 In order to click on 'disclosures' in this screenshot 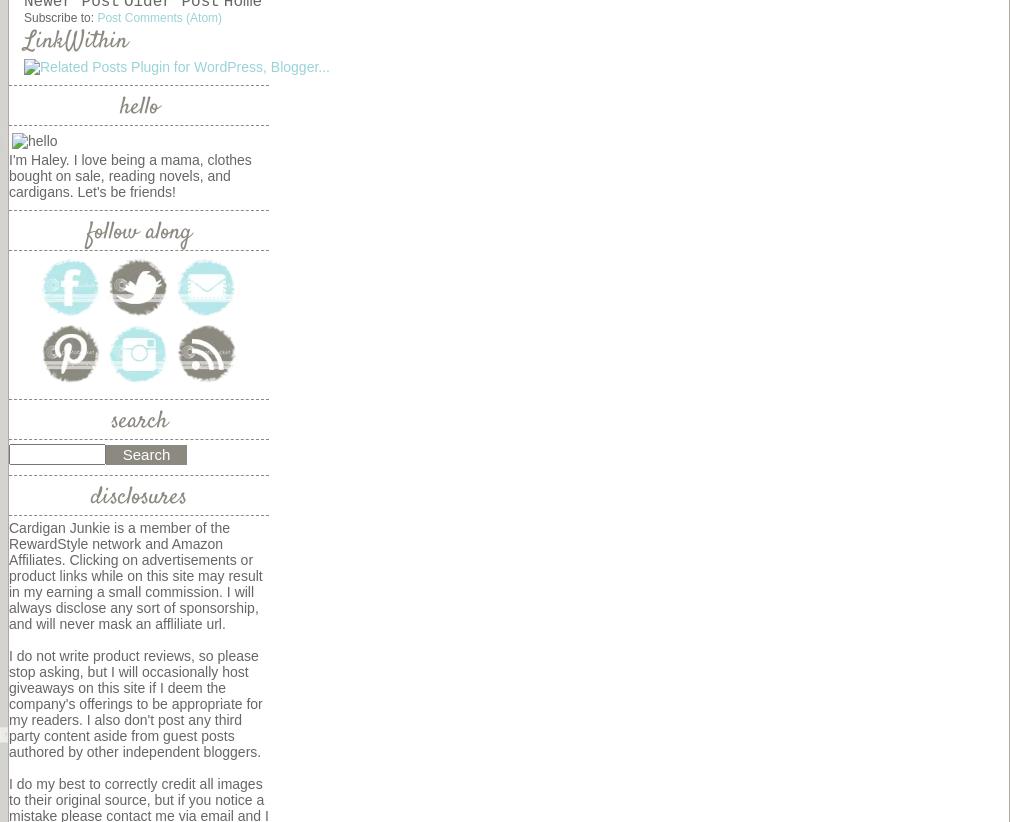, I will do `click(137, 496)`.